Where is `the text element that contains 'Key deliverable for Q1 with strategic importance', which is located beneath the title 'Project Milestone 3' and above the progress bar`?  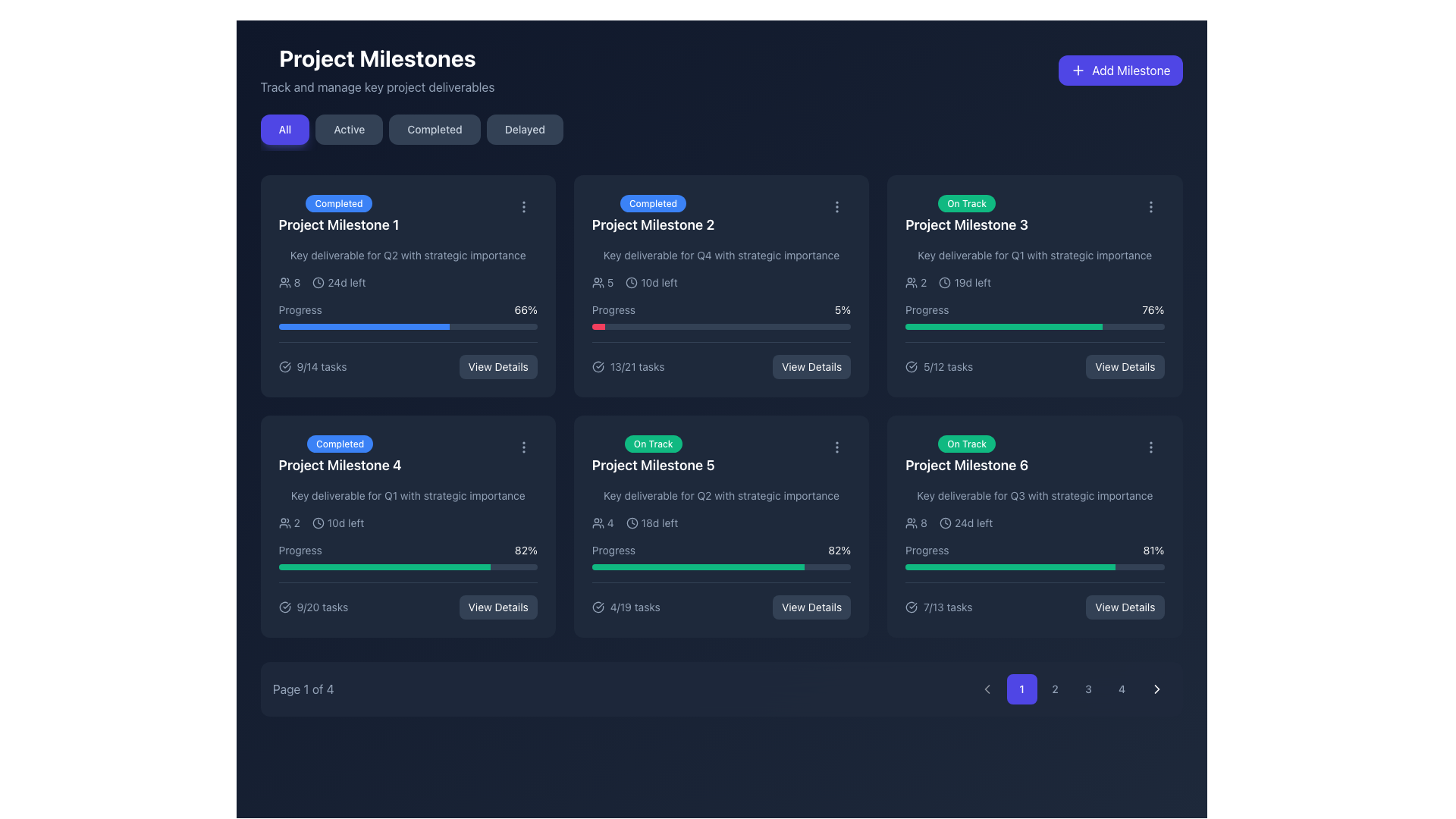 the text element that contains 'Key deliverable for Q1 with strategic importance', which is located beneath the title 'Project Milestone 3' and above the progress bar is located at coordinates (1034, 254).